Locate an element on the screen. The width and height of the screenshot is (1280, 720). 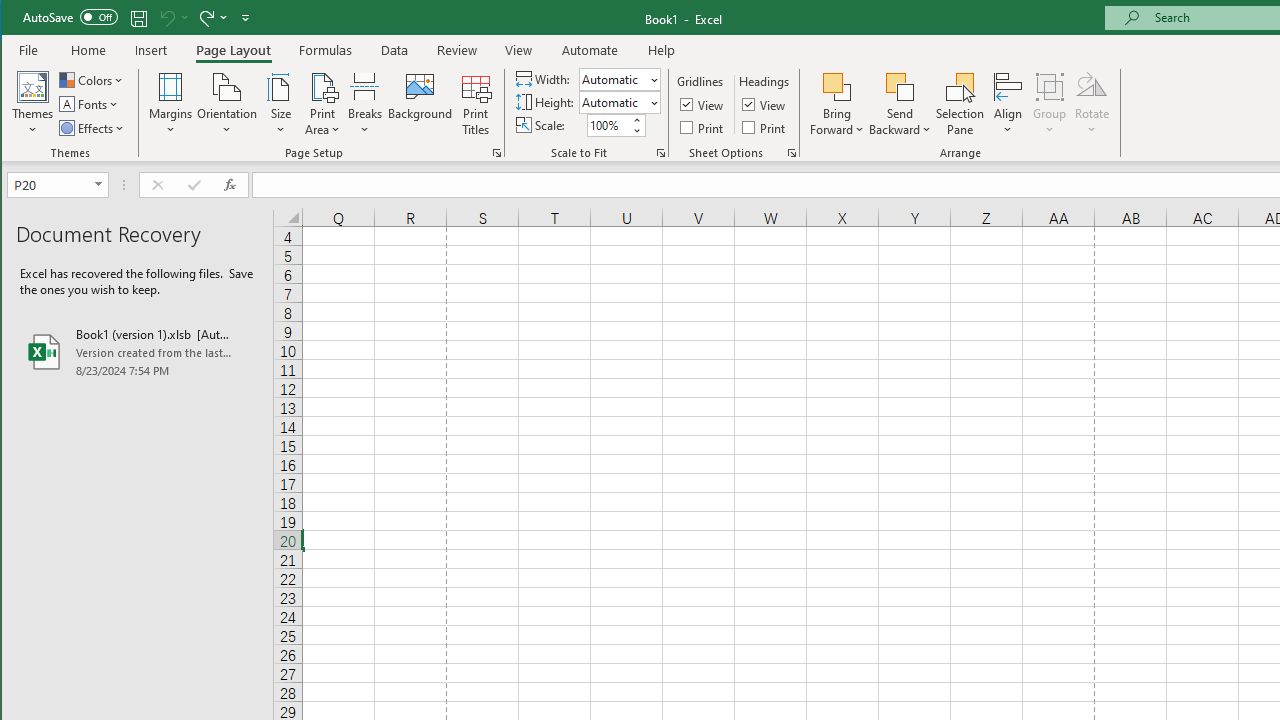
'Colors' is located at coordinates (92, 79).